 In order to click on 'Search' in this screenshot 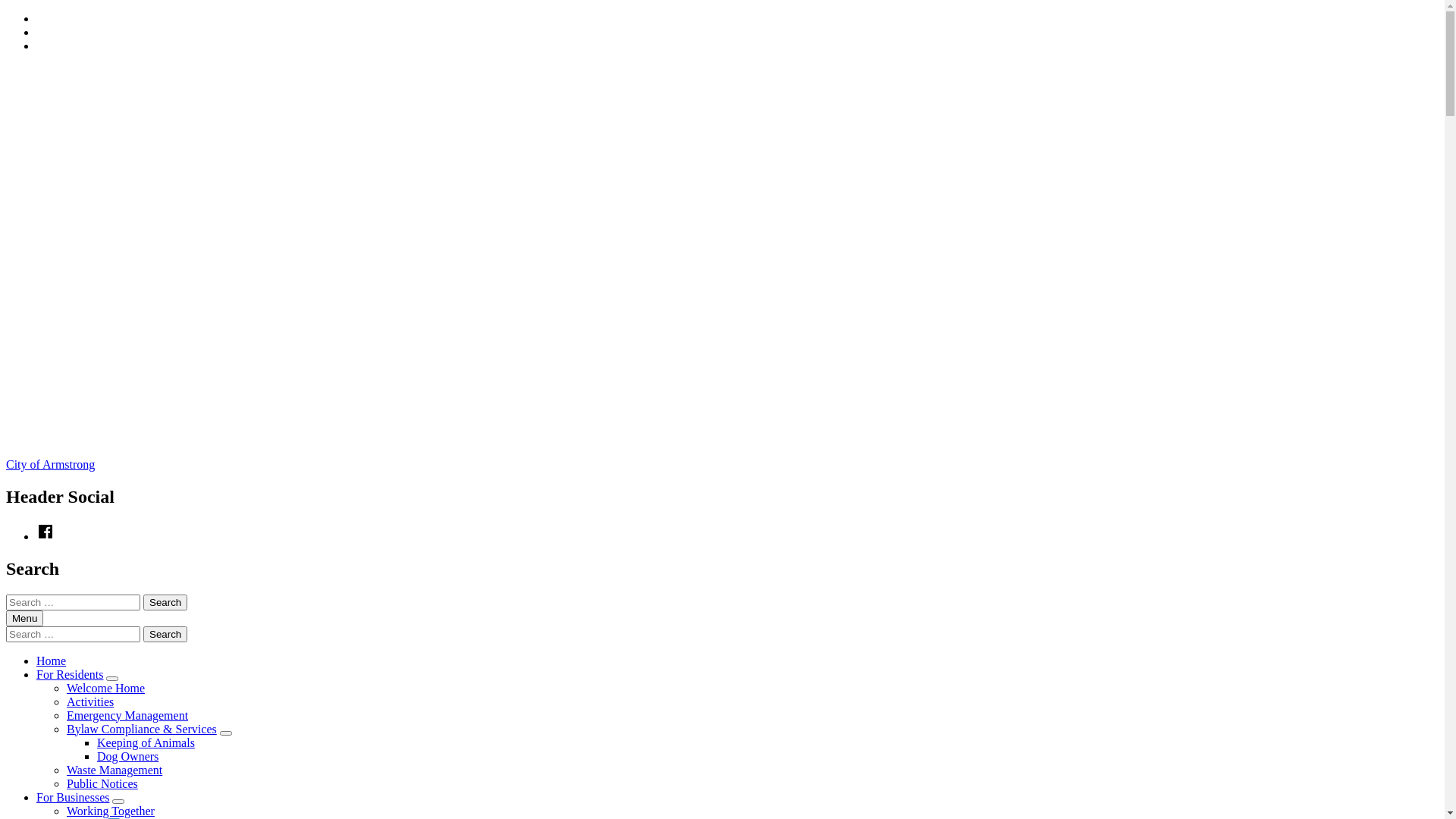, I will do `click(165, 634)`.